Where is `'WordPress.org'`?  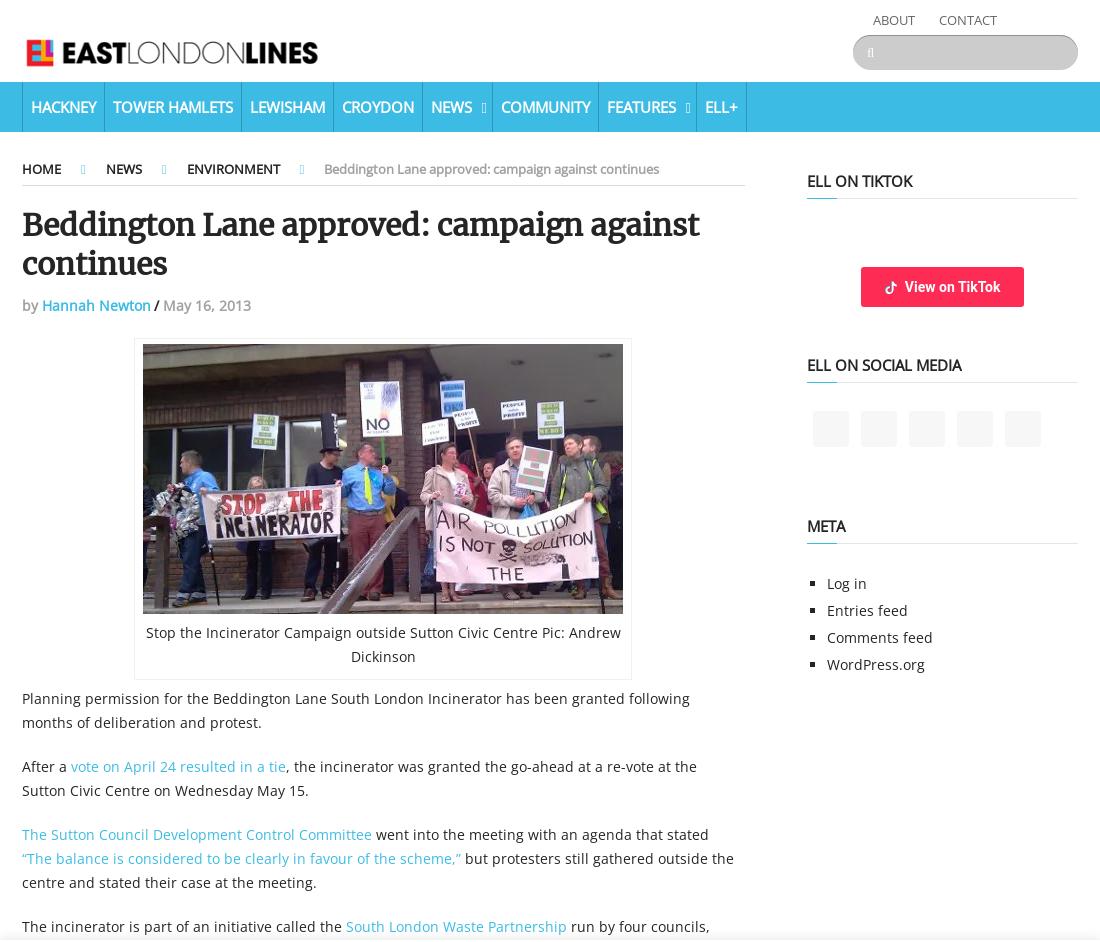 'WordPress.org' is located at coordinates (875, 664).